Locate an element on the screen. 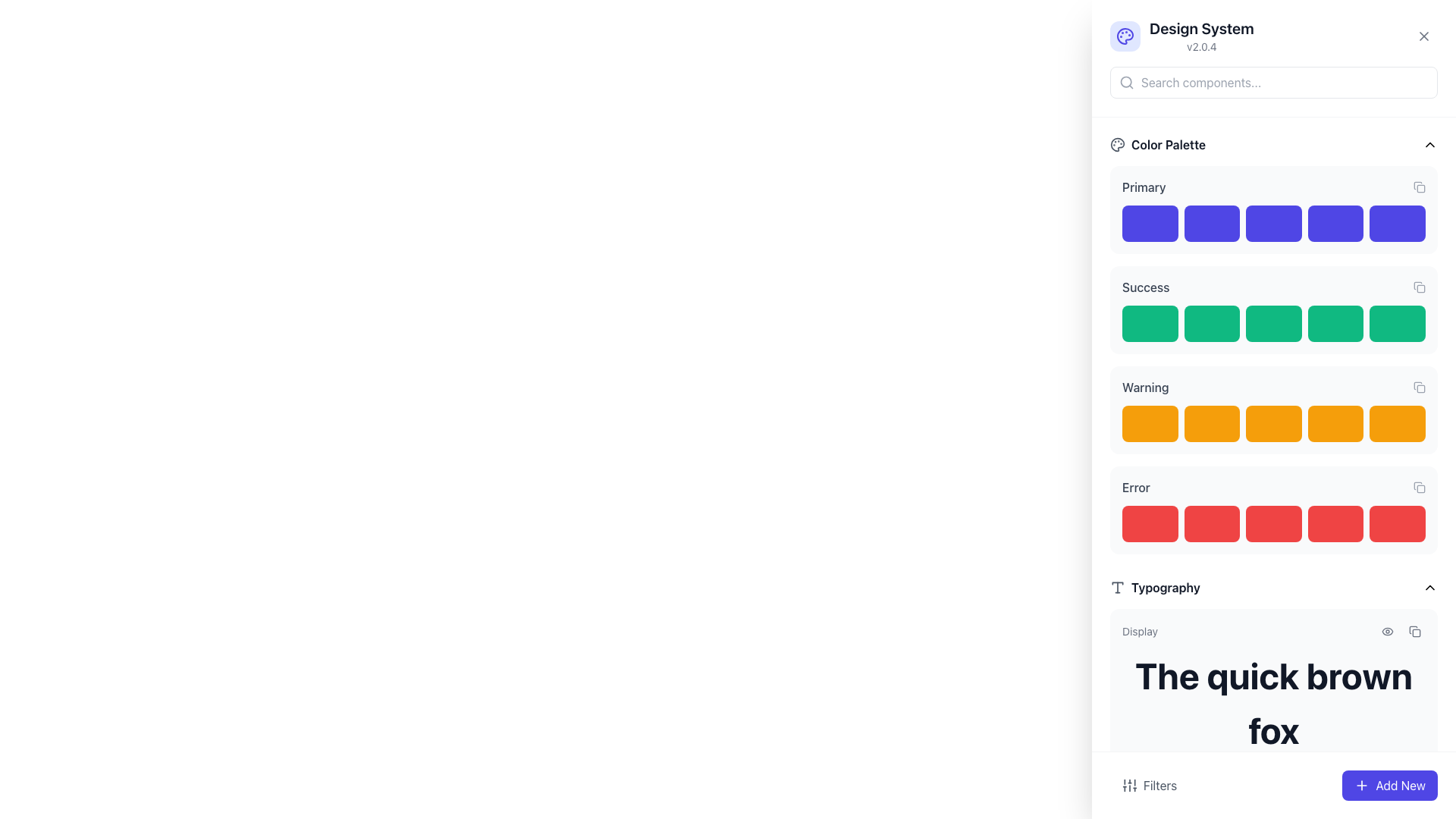  the vivid red rectangular button with rounded corners located under the 'Error' label is located at coordinates (1274, 510).